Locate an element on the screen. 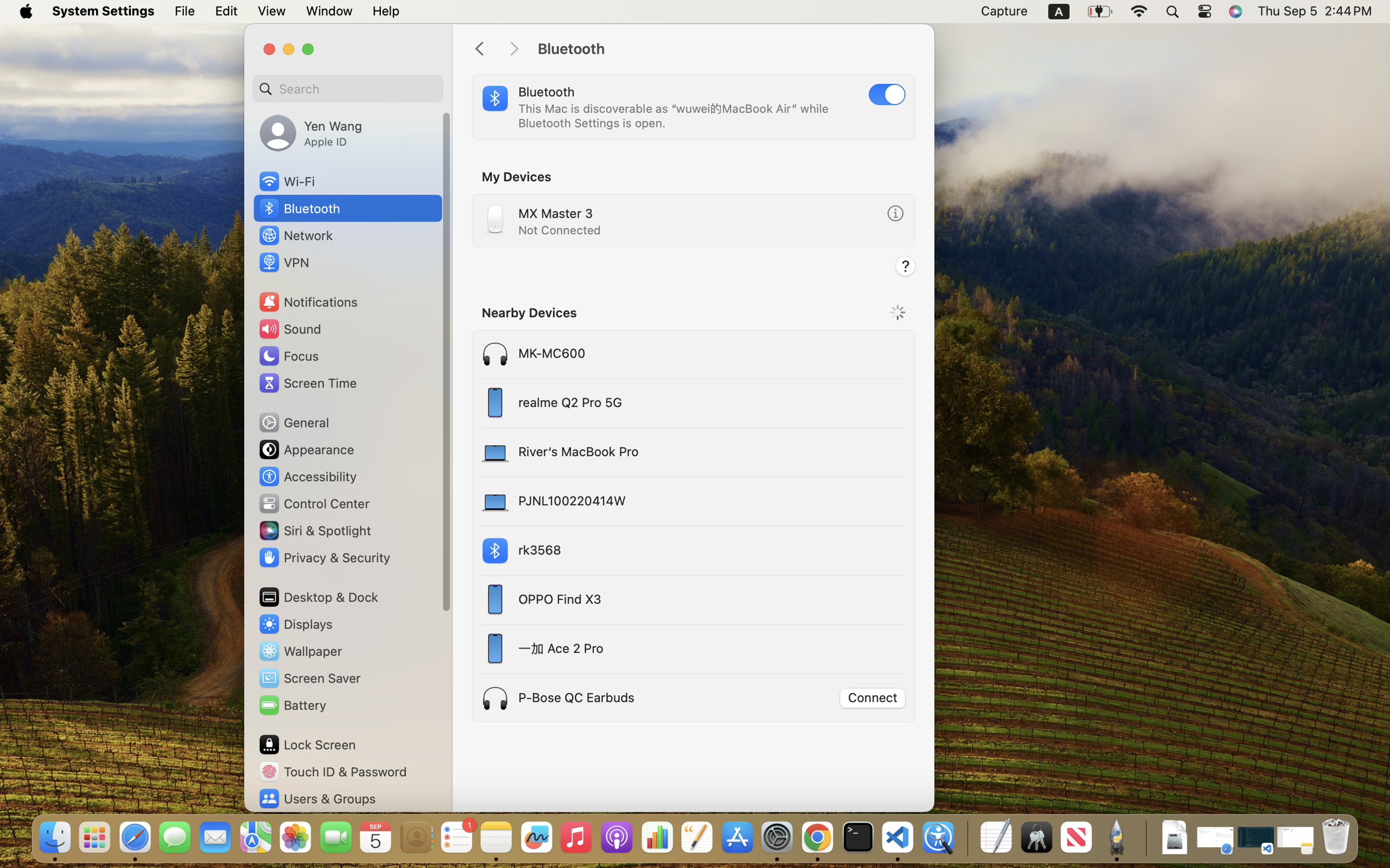  'Users & Groups' is located at coordinates (316, 799).